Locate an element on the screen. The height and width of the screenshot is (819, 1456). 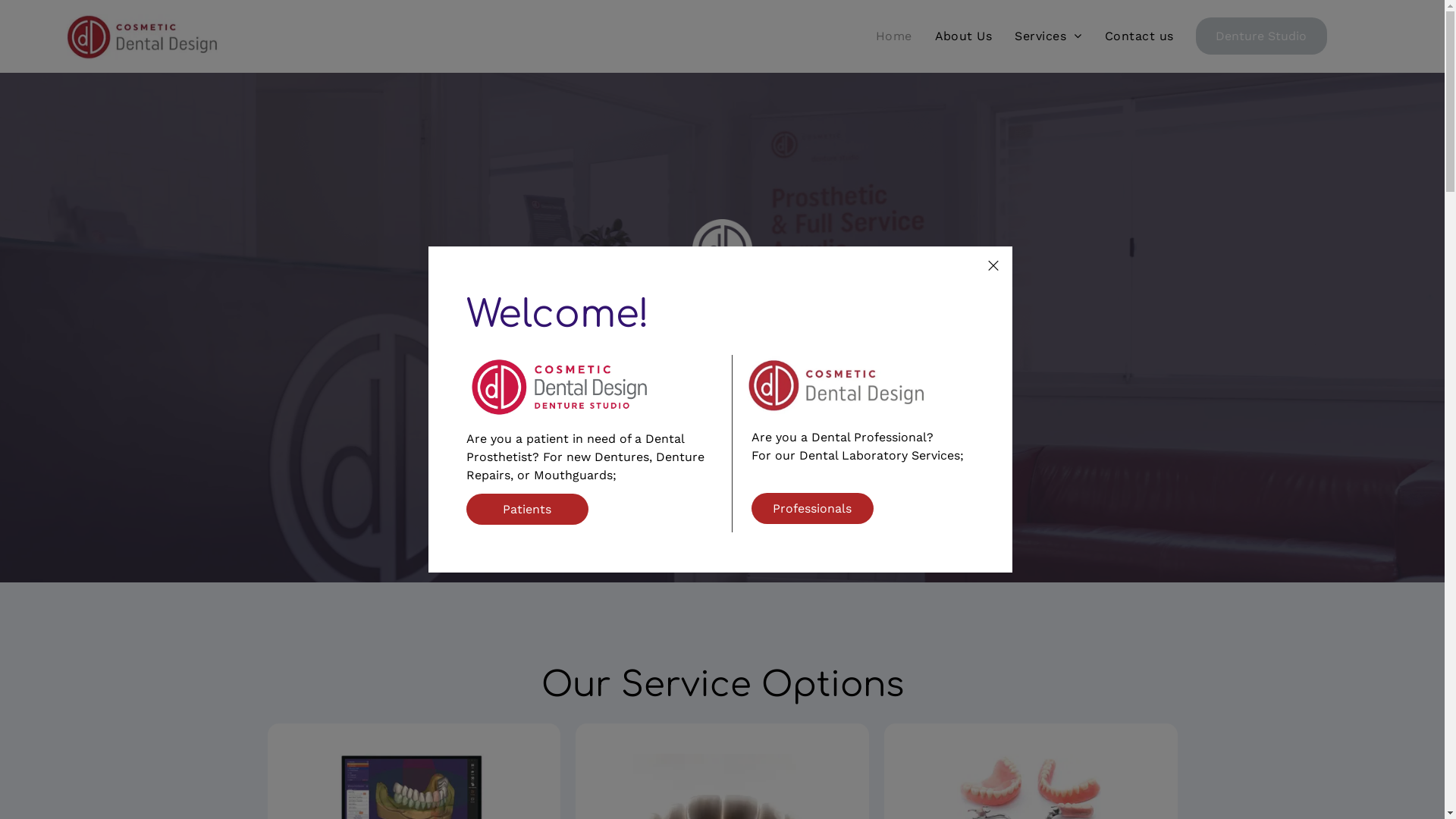
'Denture Studio' is located at coordinates (1195, 35).